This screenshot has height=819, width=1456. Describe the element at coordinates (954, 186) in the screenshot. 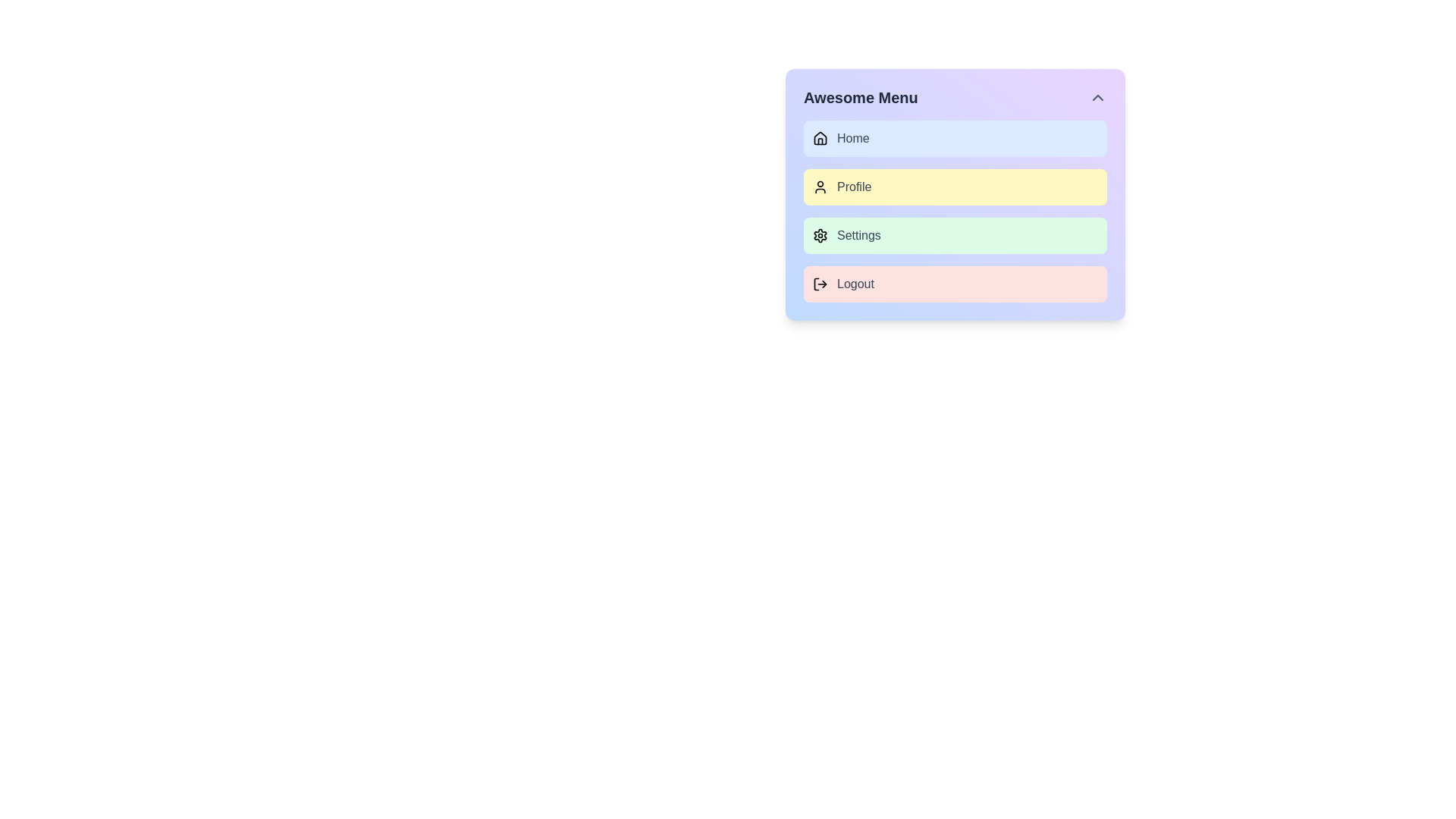

I see `the 'Profile' button located in the vertical menu, positioned as the second item between 'Home' and 'Settings'` at that location.